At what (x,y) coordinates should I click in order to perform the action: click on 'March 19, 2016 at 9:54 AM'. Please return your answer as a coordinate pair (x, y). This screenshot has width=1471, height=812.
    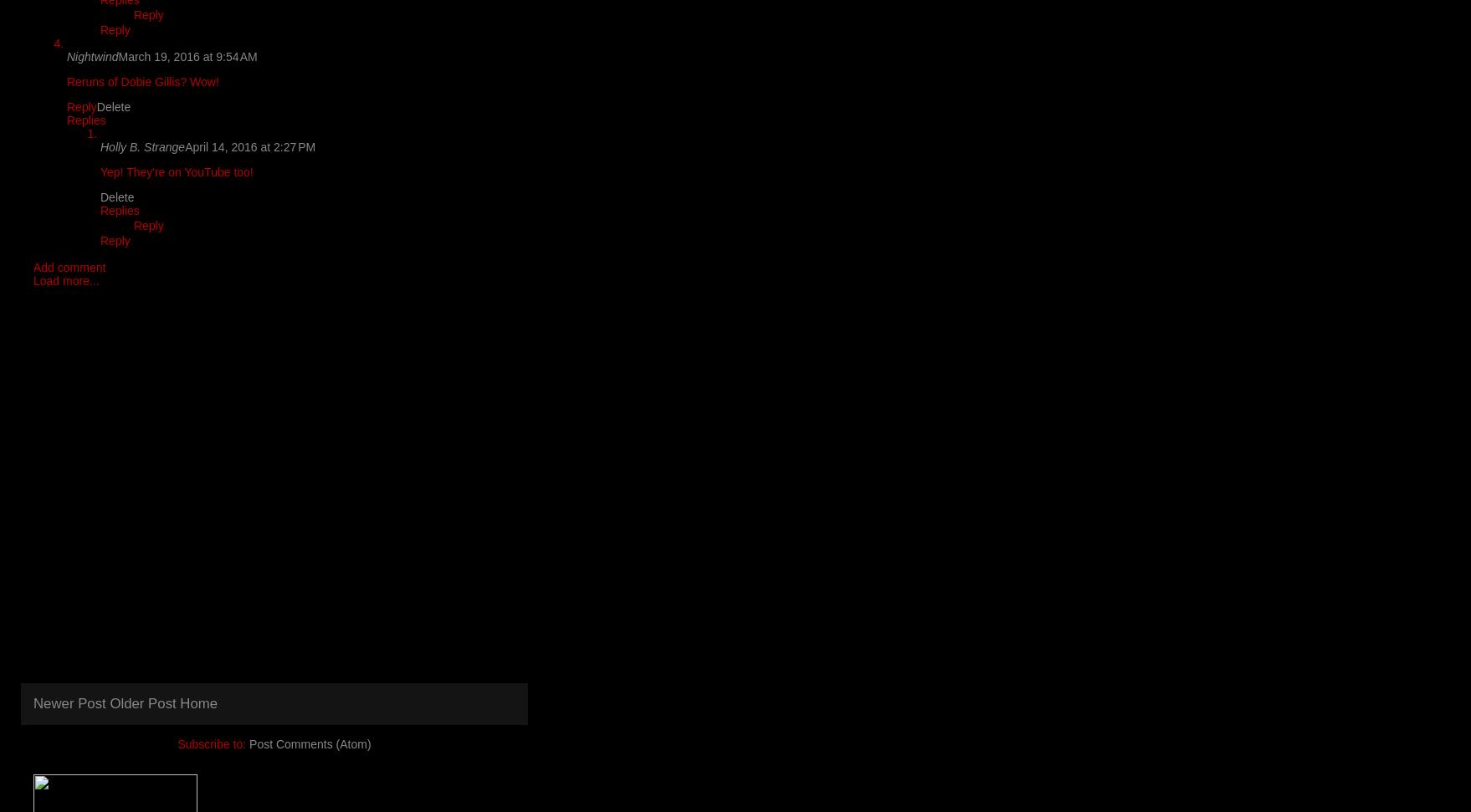
    Looking at the image, I should click on (186, 55).